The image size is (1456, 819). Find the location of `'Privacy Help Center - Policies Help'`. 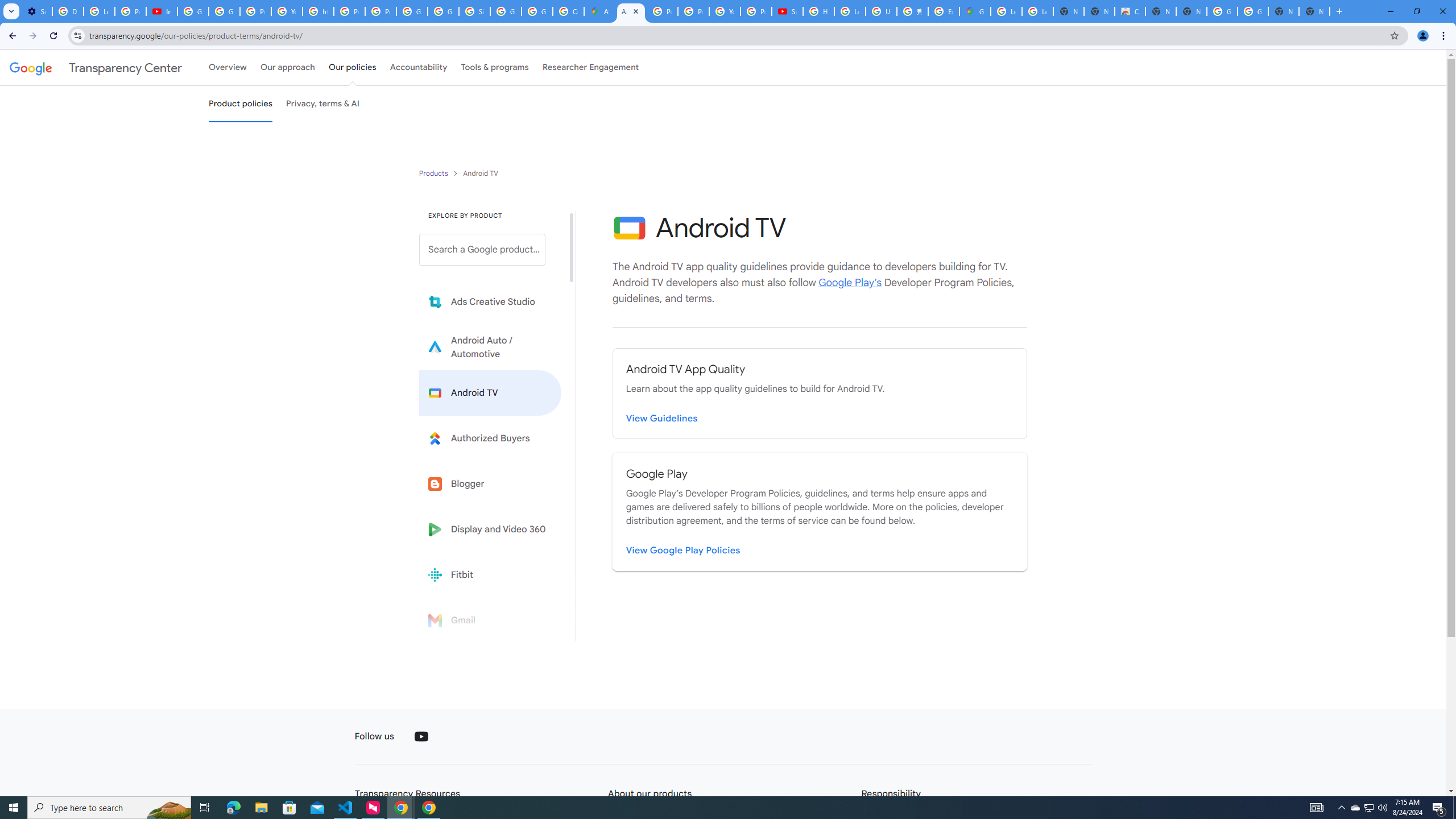

'Privacy Help Center - Policies Help' is located at coordinates (661, 11).